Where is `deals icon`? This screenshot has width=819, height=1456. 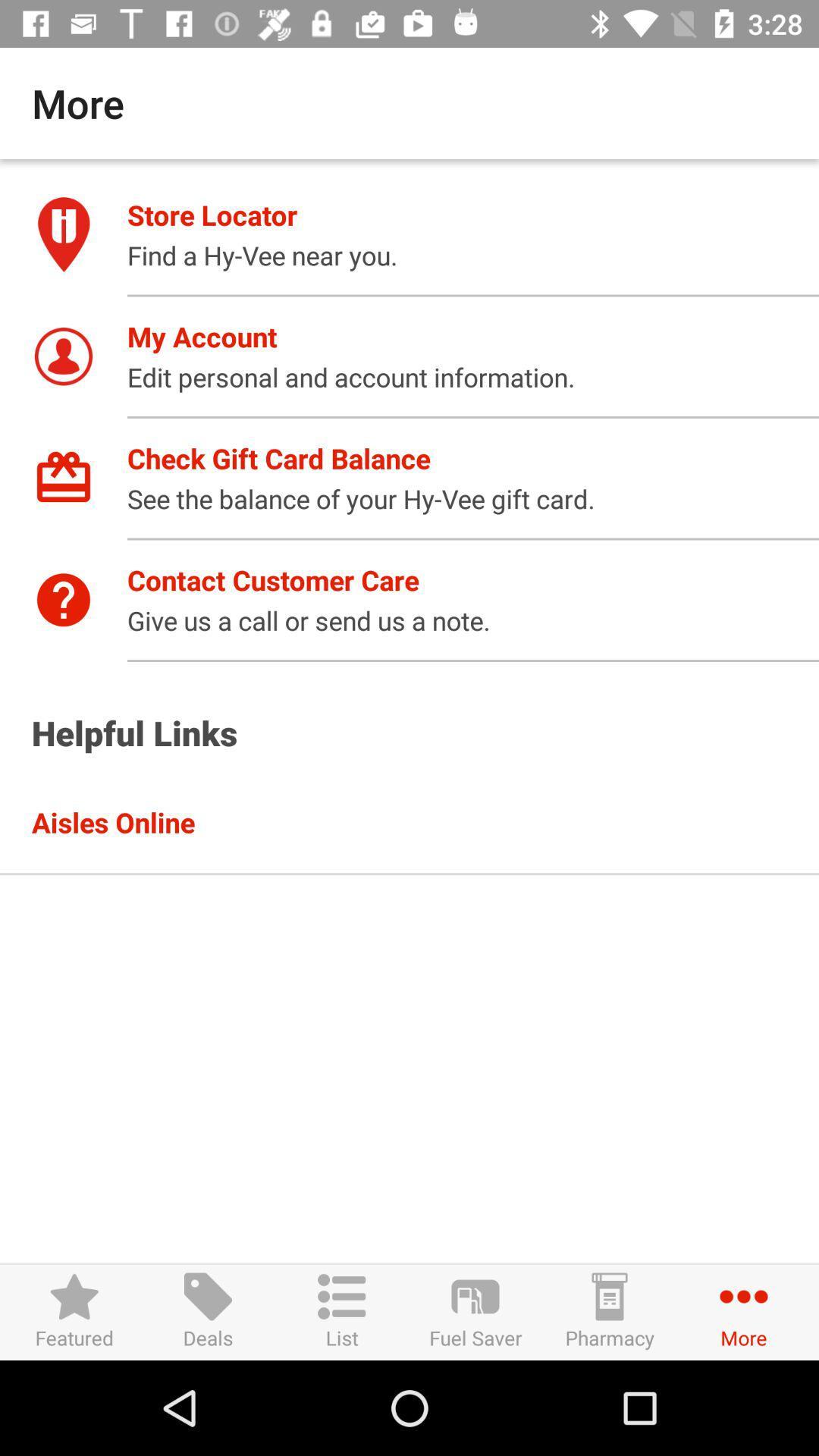 deals icon is located at coordinates (208, 1311).